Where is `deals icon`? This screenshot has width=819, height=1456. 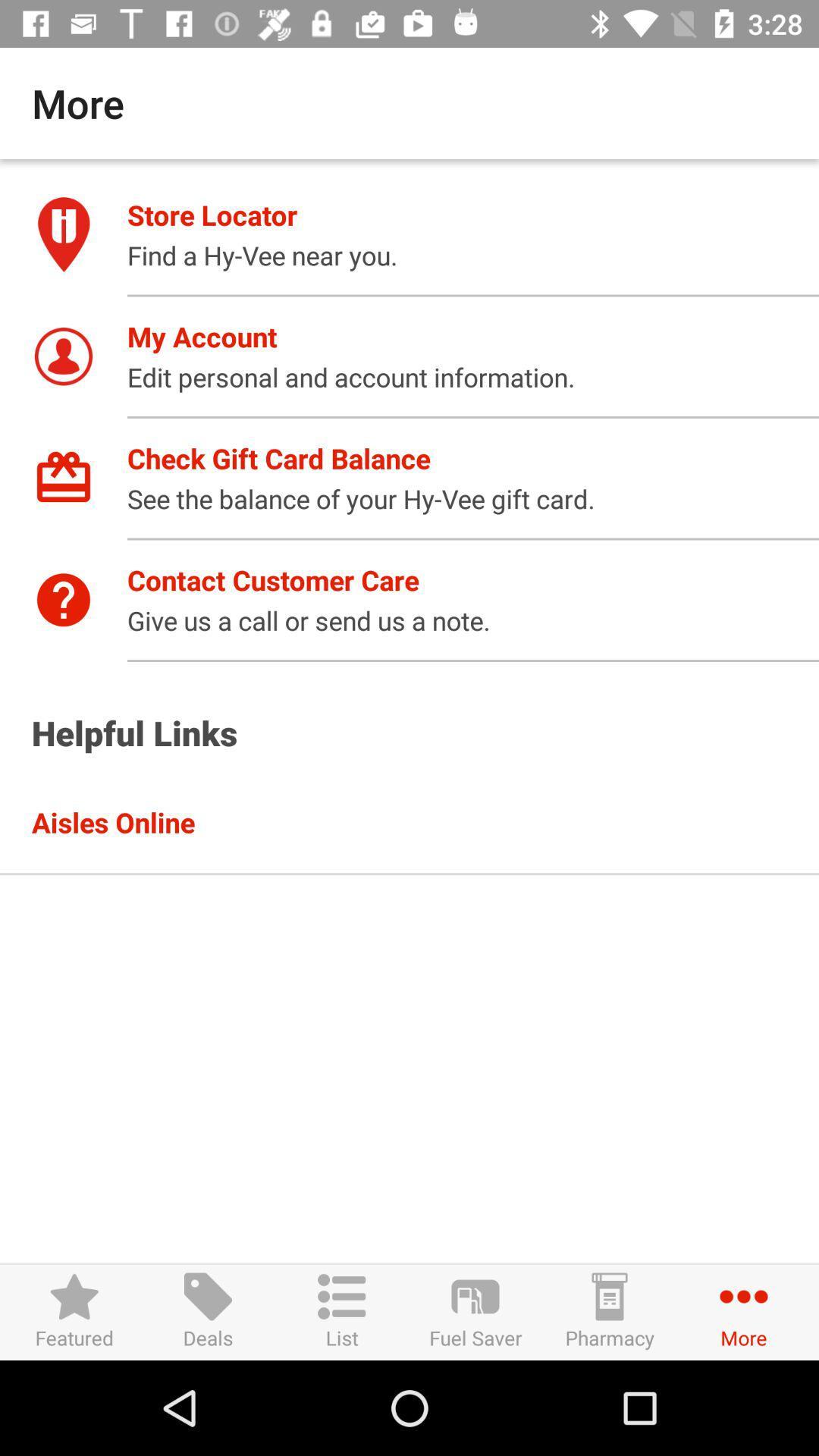 deals icon is located at coordinates (208, 1311).